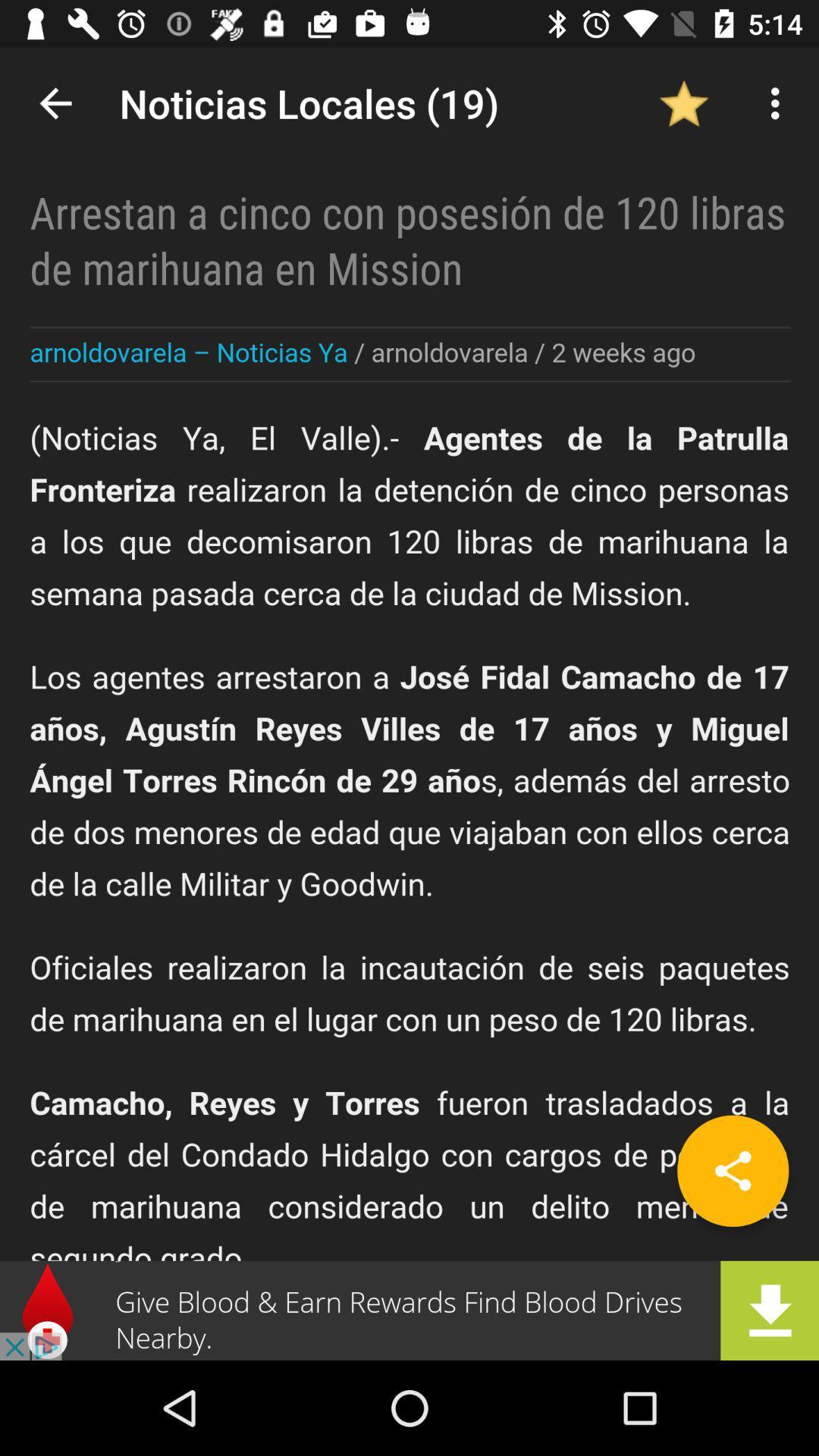  Describe the element at coordinates (732, 1170) in the screenshot. I see `share the content` at that location.